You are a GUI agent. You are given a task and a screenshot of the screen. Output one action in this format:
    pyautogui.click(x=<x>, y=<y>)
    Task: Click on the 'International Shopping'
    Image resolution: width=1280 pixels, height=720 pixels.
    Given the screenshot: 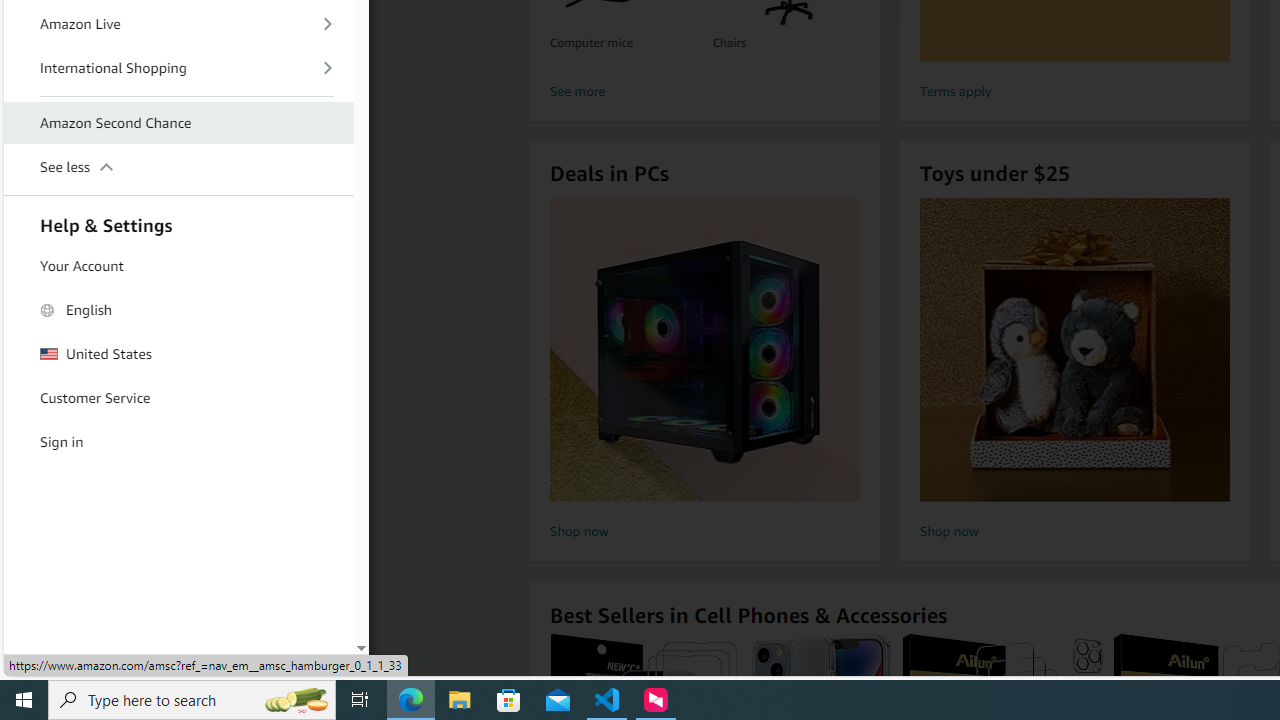 What is the action you would take?
    pyautogui.click(x=179, y=67)
    